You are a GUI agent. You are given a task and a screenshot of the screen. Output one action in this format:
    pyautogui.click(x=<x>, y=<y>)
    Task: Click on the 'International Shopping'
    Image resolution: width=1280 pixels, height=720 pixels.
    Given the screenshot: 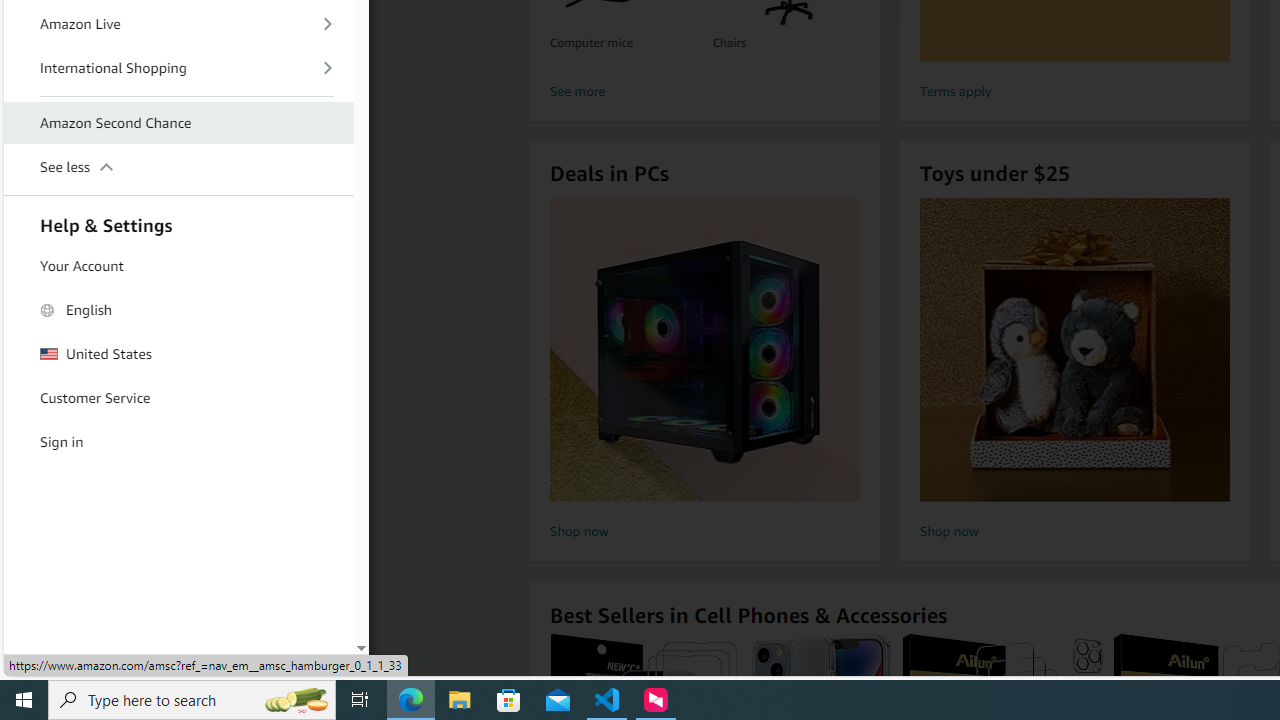 What is the action you would take?
    pyautogui.click(x=179, y=67)
    